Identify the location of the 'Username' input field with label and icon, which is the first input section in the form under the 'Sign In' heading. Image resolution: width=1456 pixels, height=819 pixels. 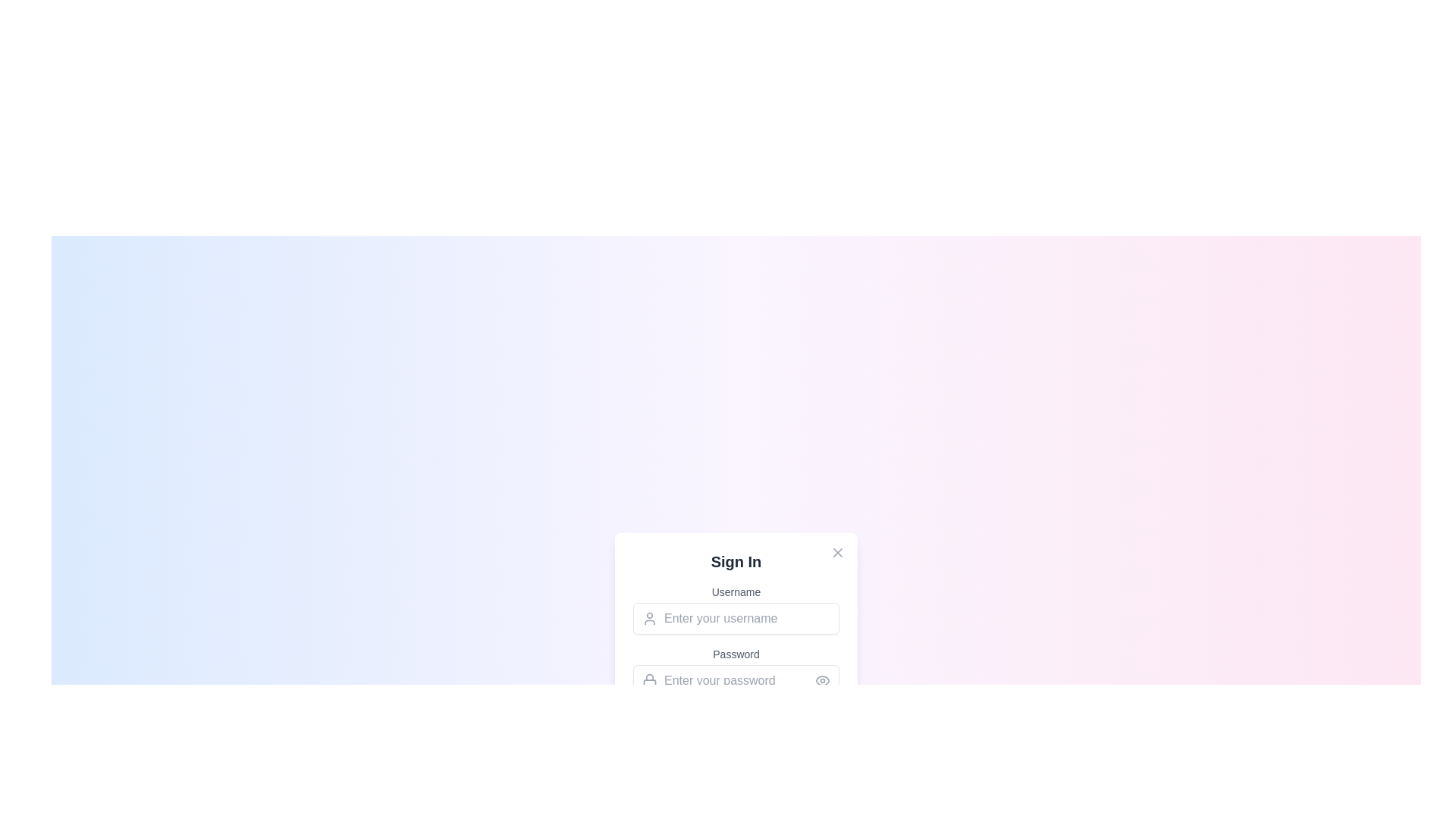
(736, 608).